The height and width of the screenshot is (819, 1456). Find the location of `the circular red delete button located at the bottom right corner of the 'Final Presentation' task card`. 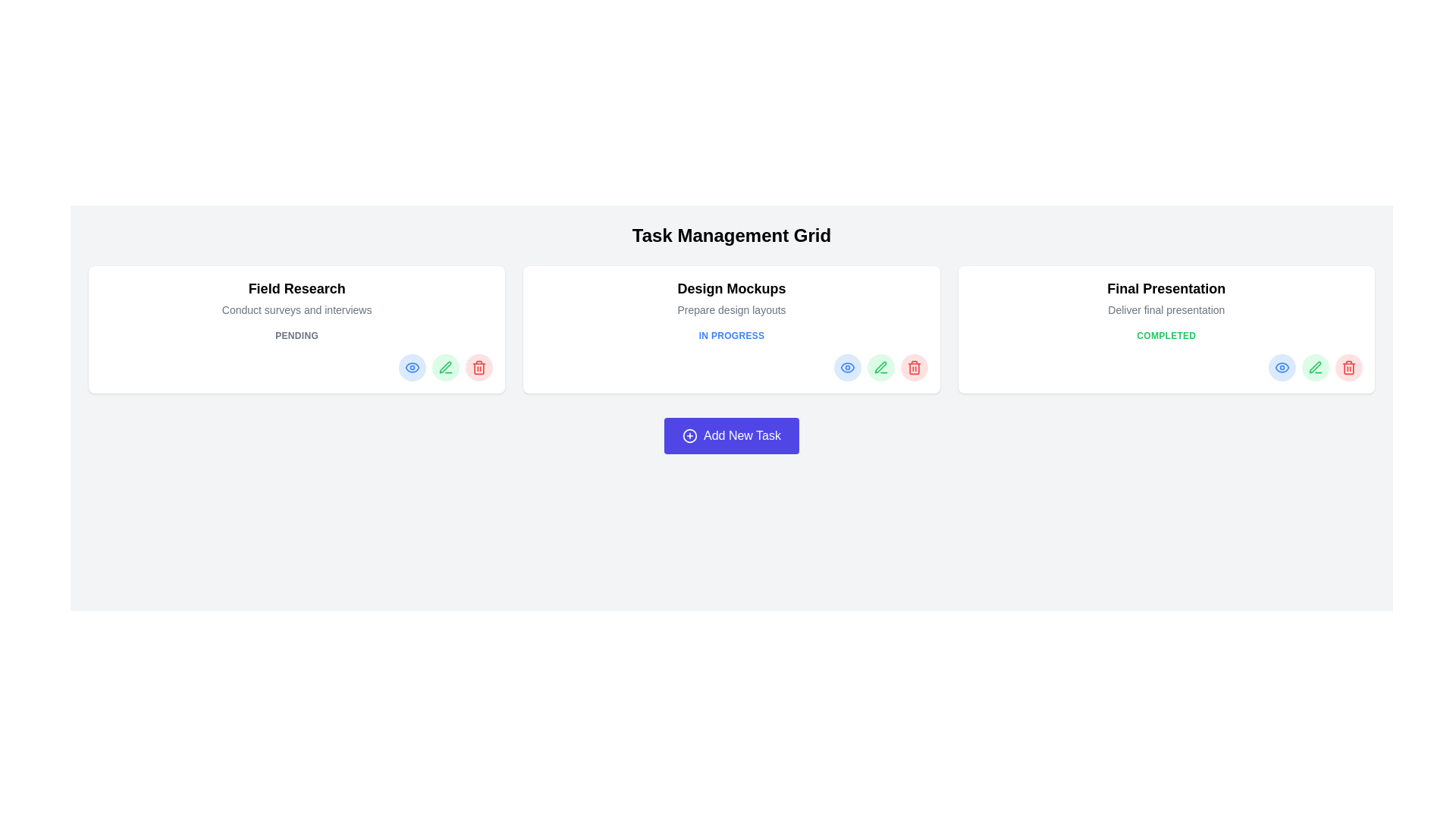

the circular red delete button located at the bottom right corner of the 'Final Presentation' task card is located at coordinates (1349, 368).